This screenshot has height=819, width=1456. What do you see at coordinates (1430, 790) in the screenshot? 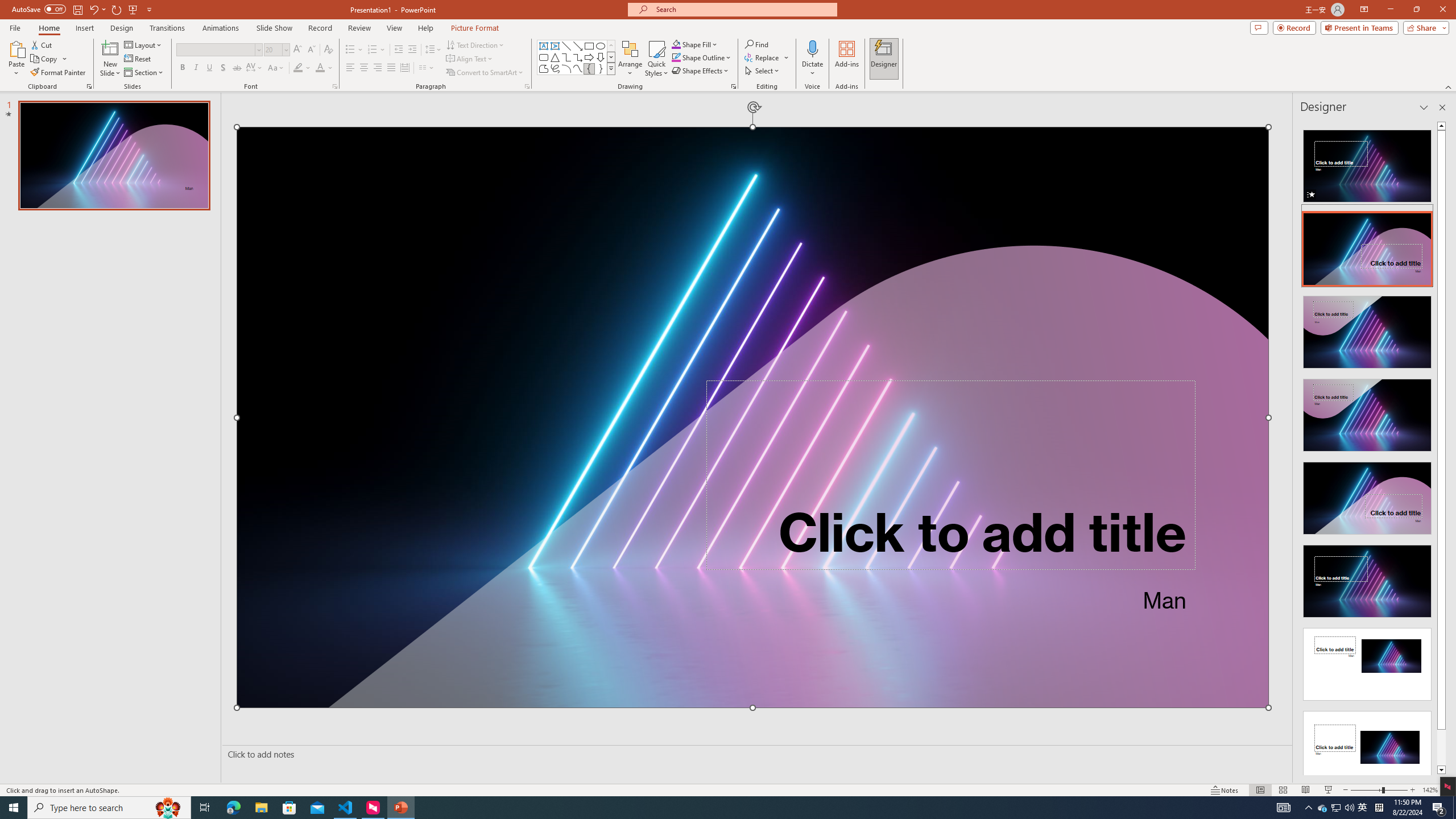
I see `'Zoom 142%'` at bounding box center [1430, 790].